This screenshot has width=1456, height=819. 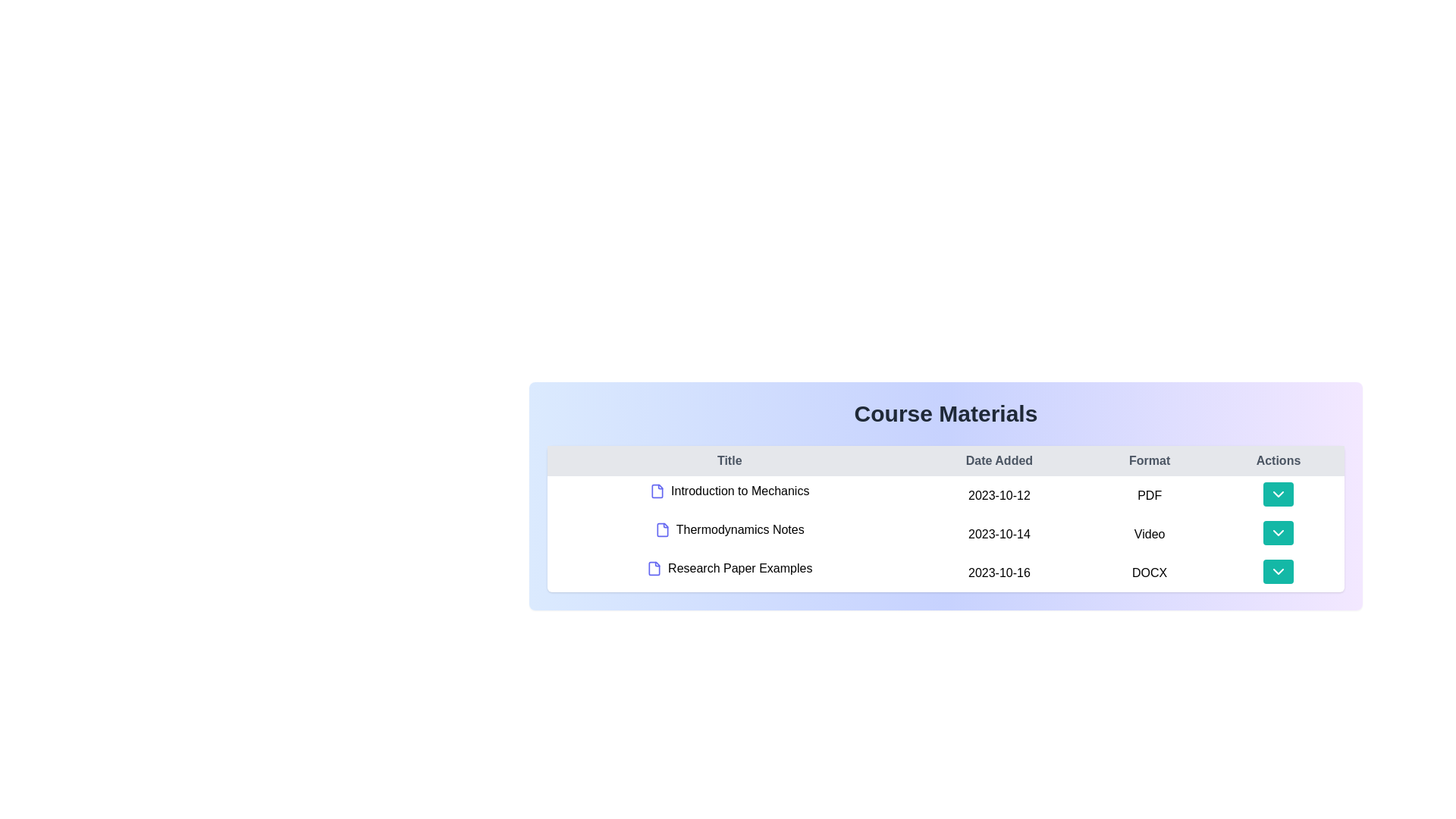 What do you see at coordinates (999, 460) in the screenshot?
I see `the 'Date Added' table header label, which is a bold gray text centered in the table header row between 'Title' and 'Format'` at bounding box center [999, 460].